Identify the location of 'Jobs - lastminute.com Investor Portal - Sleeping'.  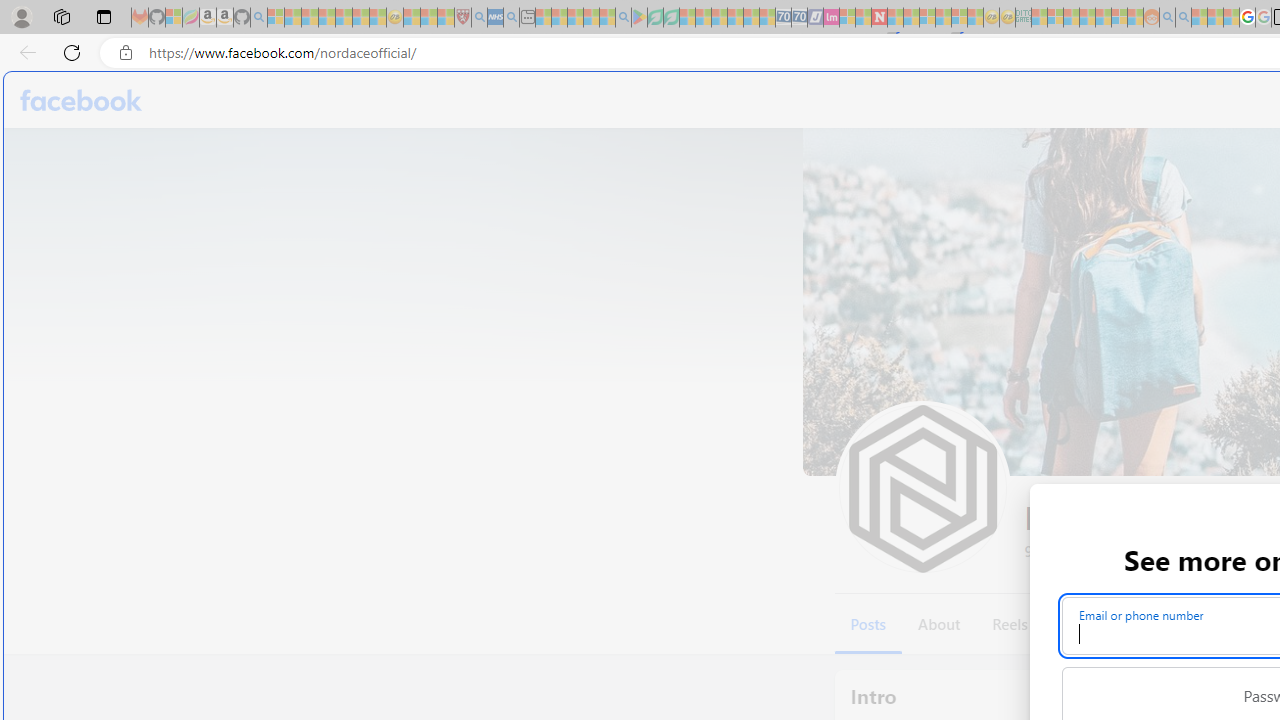
(831, 17).